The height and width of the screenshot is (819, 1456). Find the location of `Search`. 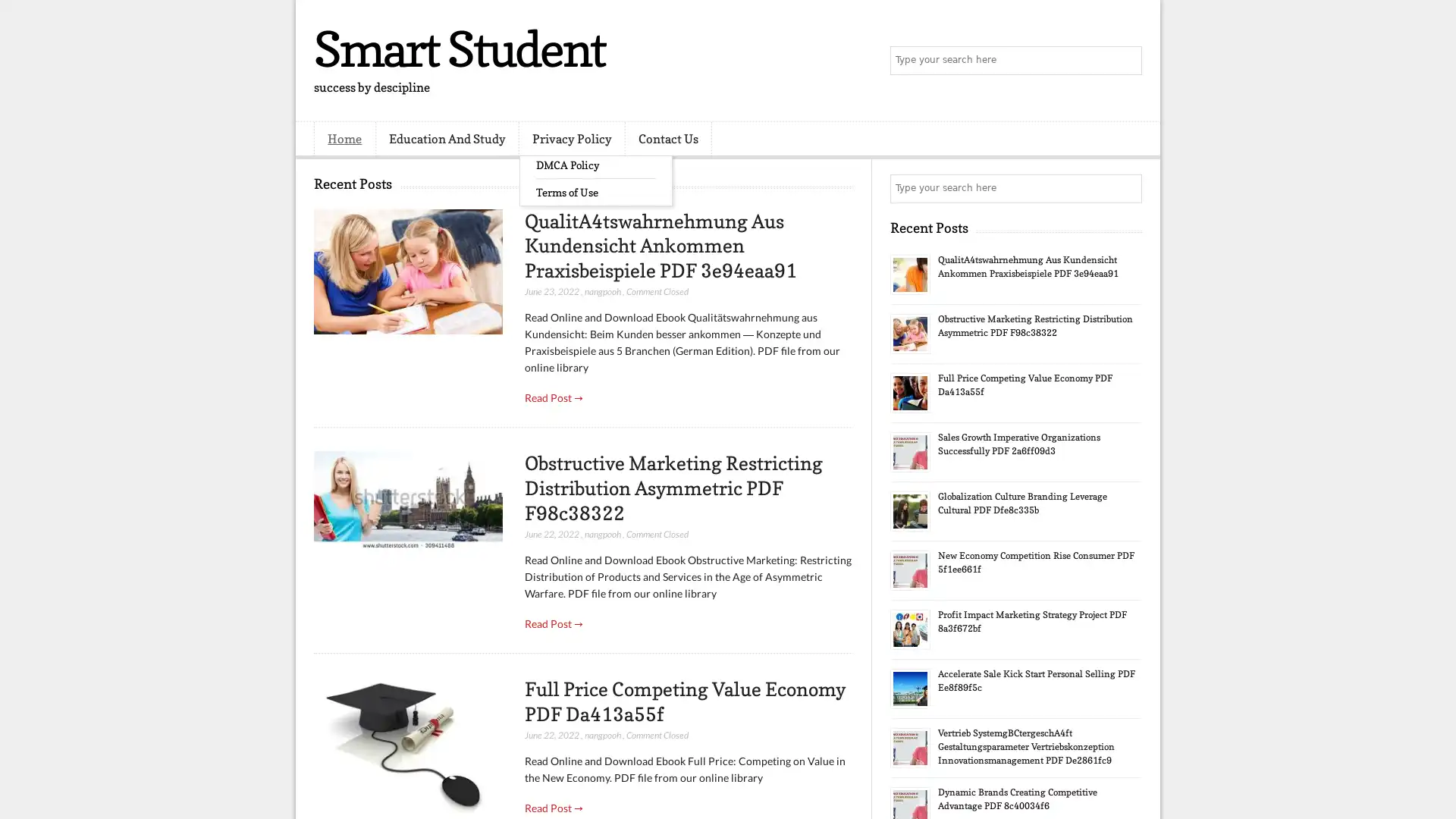

Search is located at coordinates (1126, 188).